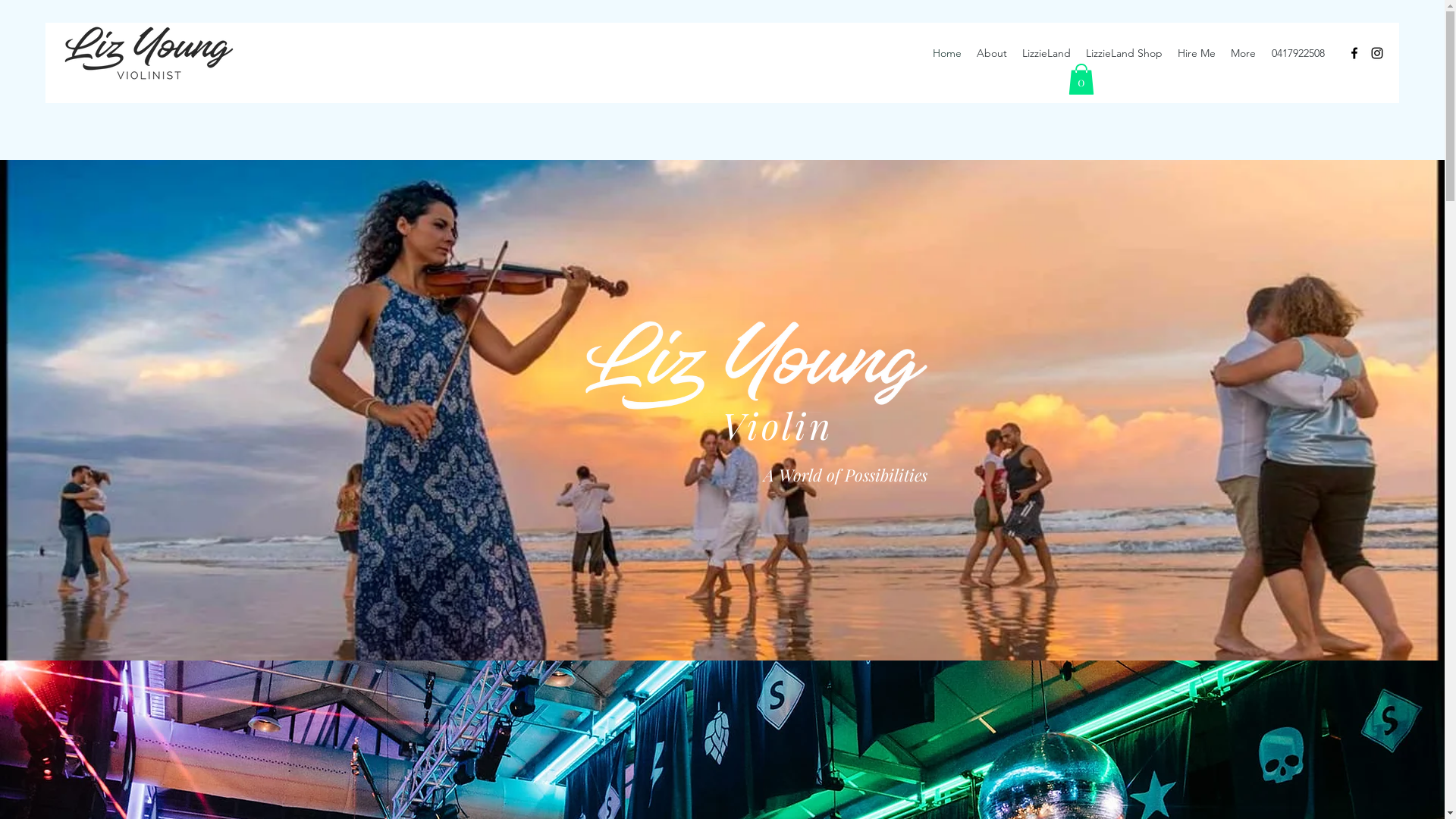 The width and height of the screenshot is (1456, 819). Describe the element at coordinates (1124, 52) in the screenshot. I see `'LizzieLand Shop'` at that location.